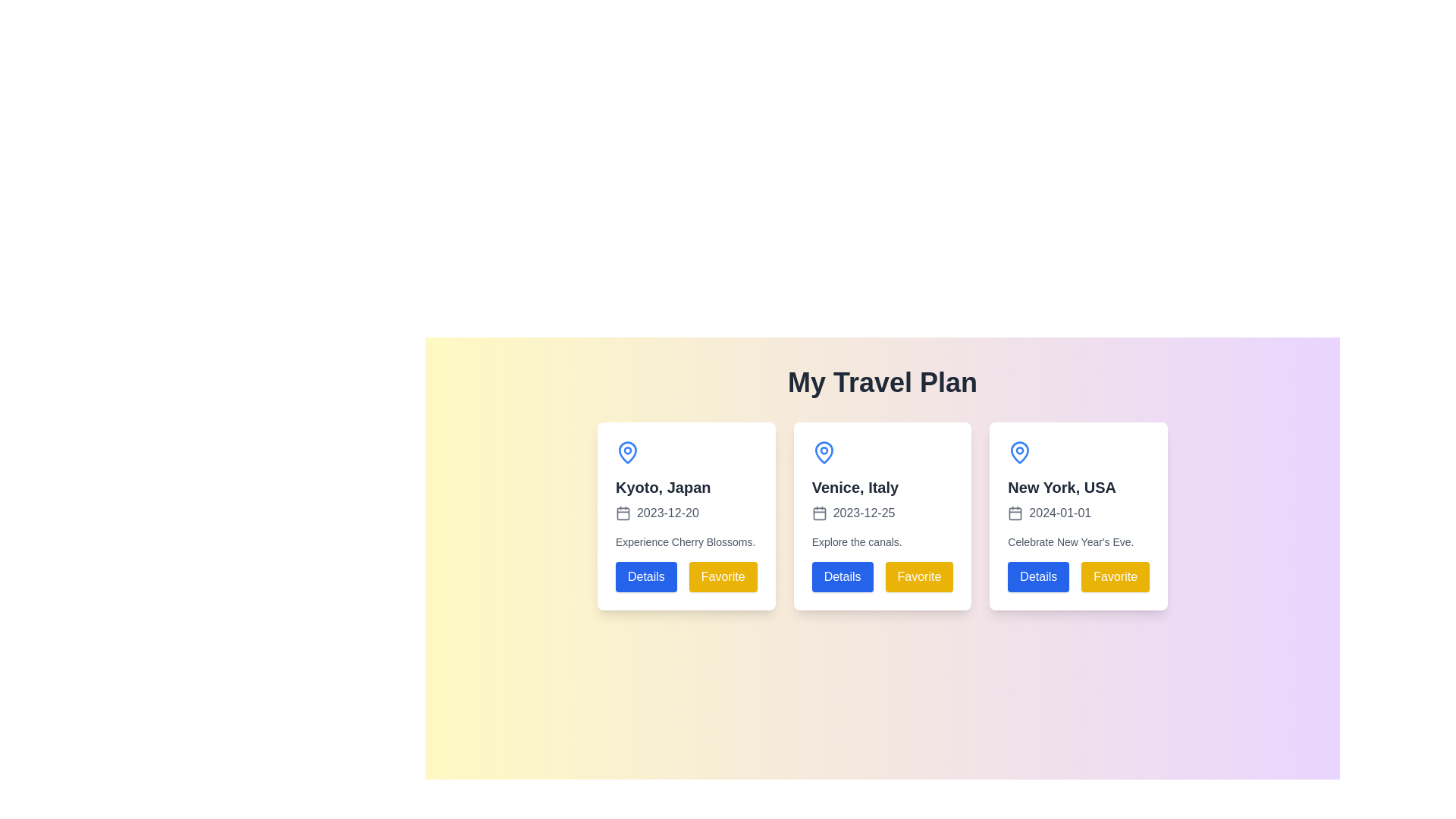  What do you see at coordinates (646, 576) in the screenshot?
I see `the blue button labeled 'Details' with white text` at bounding box center [646, 576].